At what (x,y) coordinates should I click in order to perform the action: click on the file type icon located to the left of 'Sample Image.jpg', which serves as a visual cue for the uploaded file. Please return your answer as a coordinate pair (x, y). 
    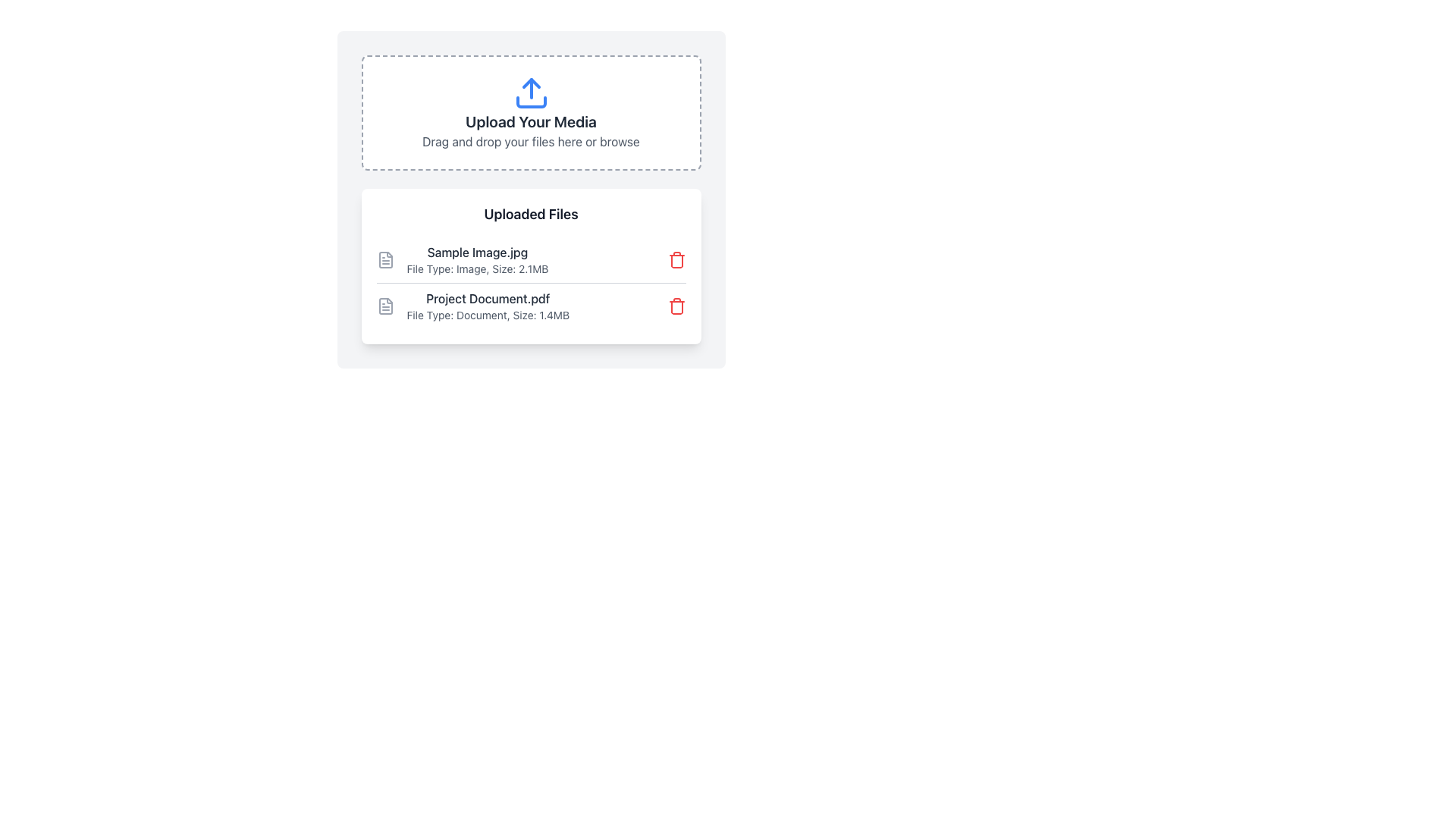
    Looking at the image, I should click on (385, 259).